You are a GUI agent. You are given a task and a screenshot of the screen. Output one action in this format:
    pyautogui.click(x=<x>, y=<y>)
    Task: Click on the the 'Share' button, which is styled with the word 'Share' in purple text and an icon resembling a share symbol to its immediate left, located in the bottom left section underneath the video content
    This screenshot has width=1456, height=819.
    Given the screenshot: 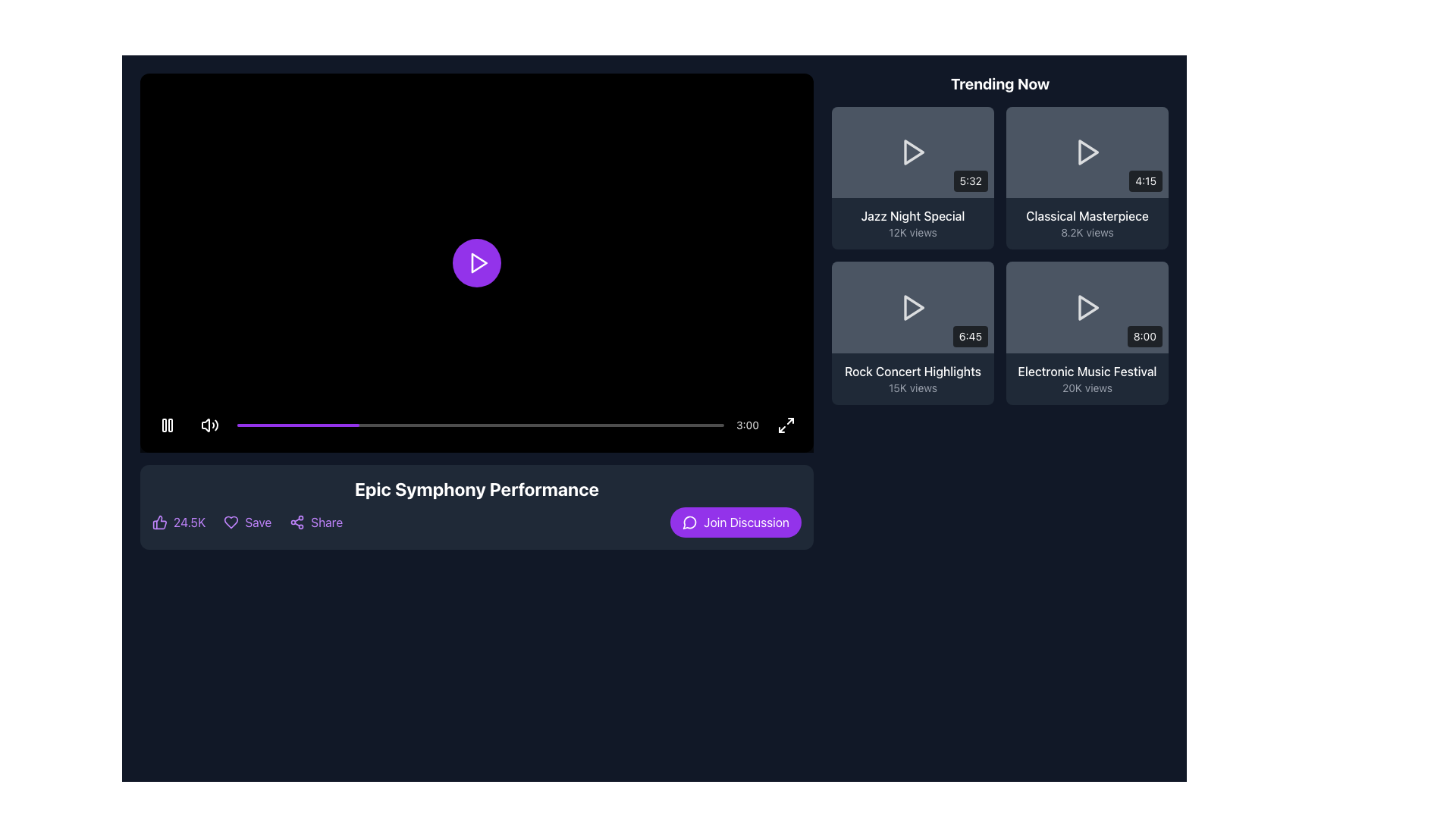 What is the action you would take?
    pyautogui.click(x=315, y=521)
    